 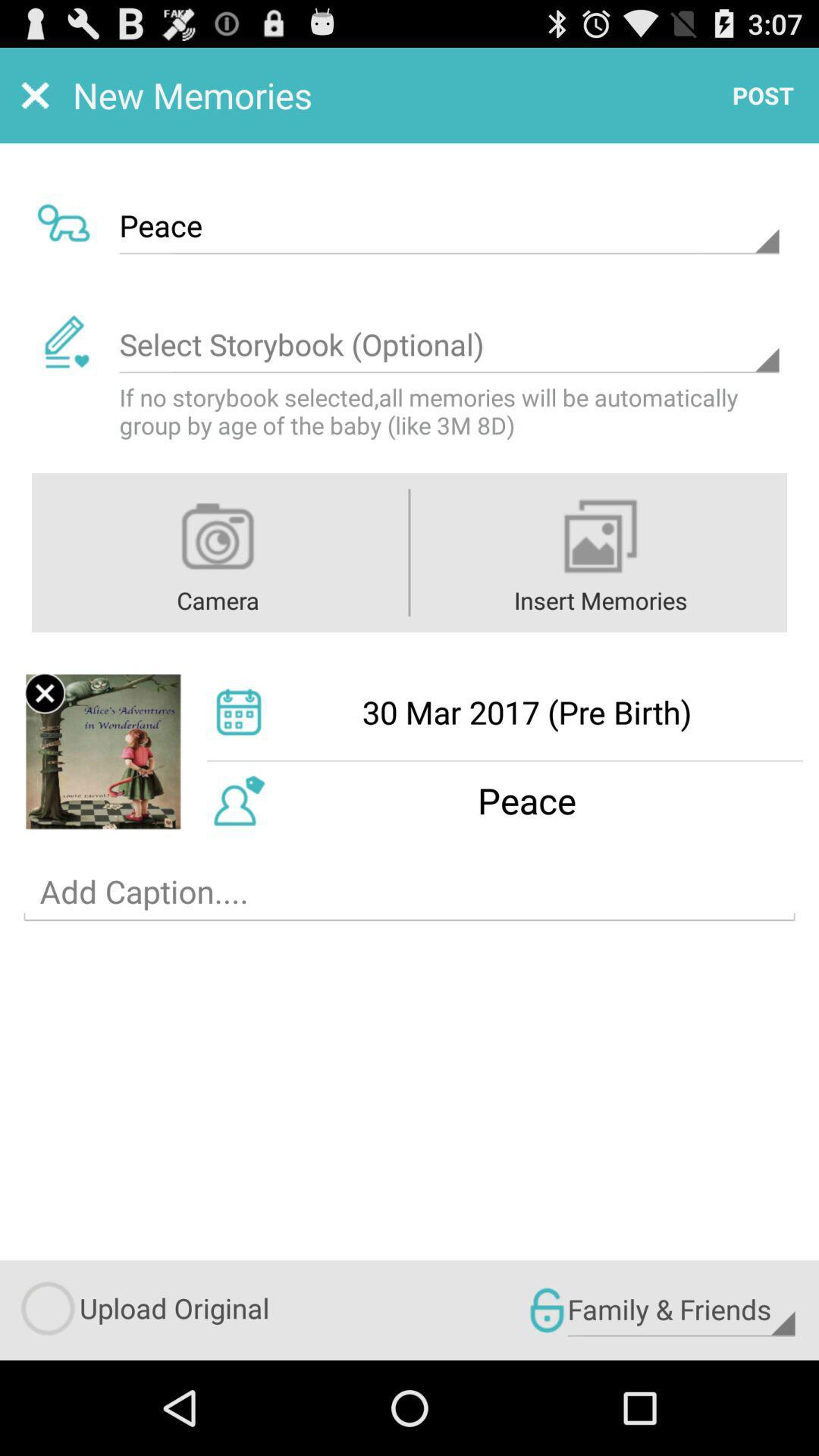 What do you see at coordinates (44, 692) in the screenshot?
I see `remove uploaded picture` at bounding box center [44, 692].